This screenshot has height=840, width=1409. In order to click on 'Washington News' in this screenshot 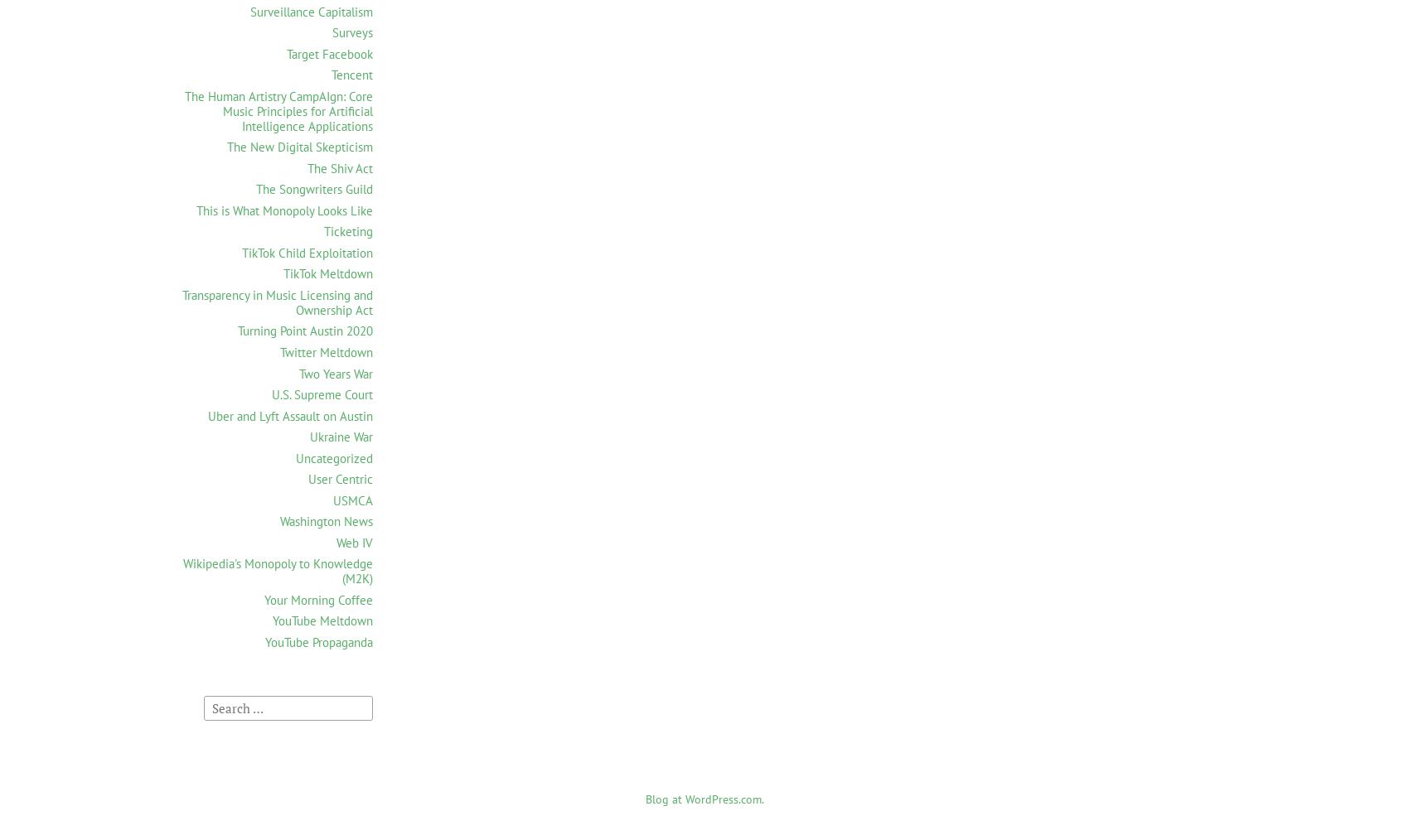, I will do `click(278, 521)`.